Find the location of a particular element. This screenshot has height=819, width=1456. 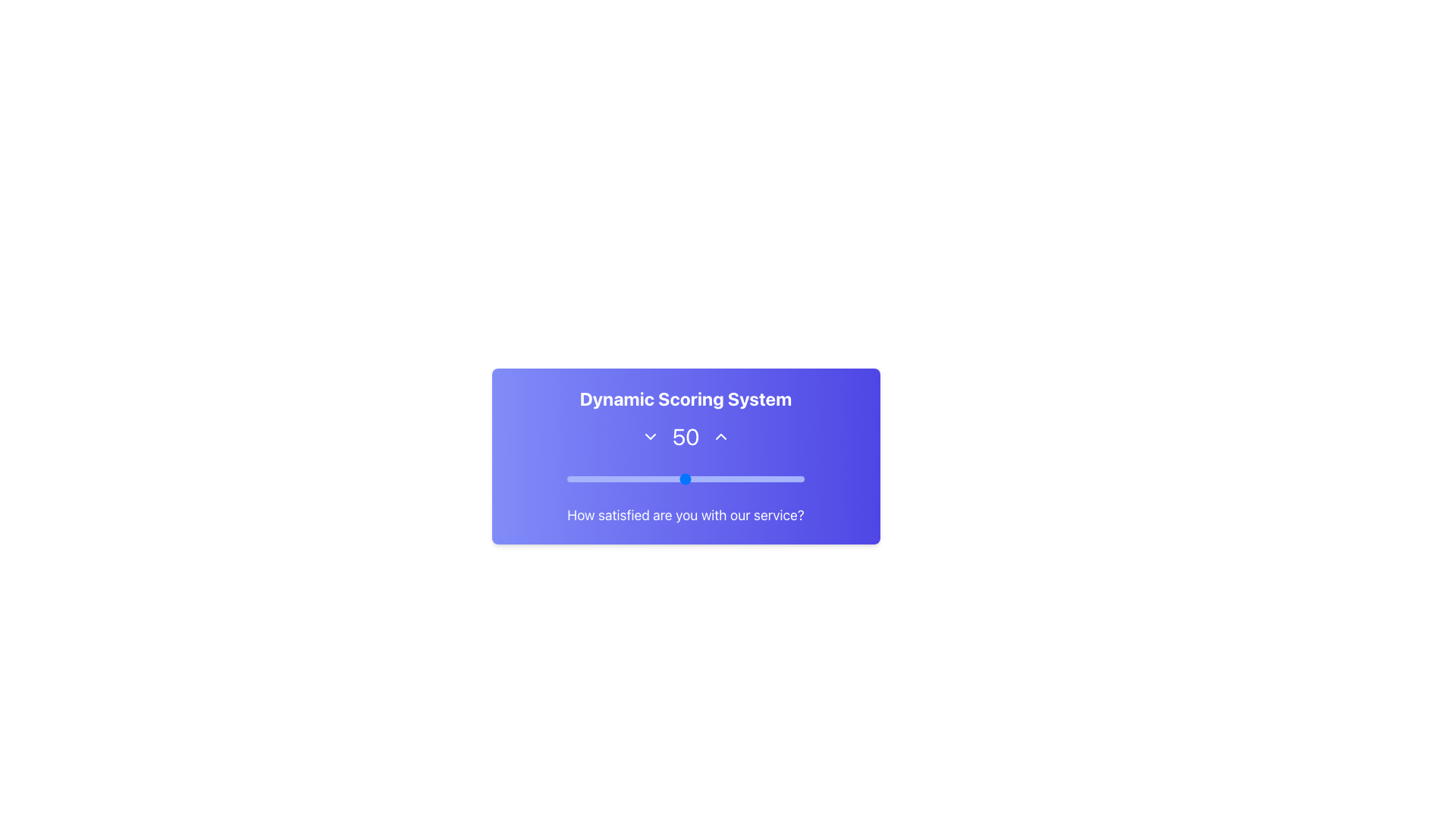

and drag the range slider handle located centrally below the numeric display labeled '50' to adjust the satisfaction level value is located at coordinates (685, 479).